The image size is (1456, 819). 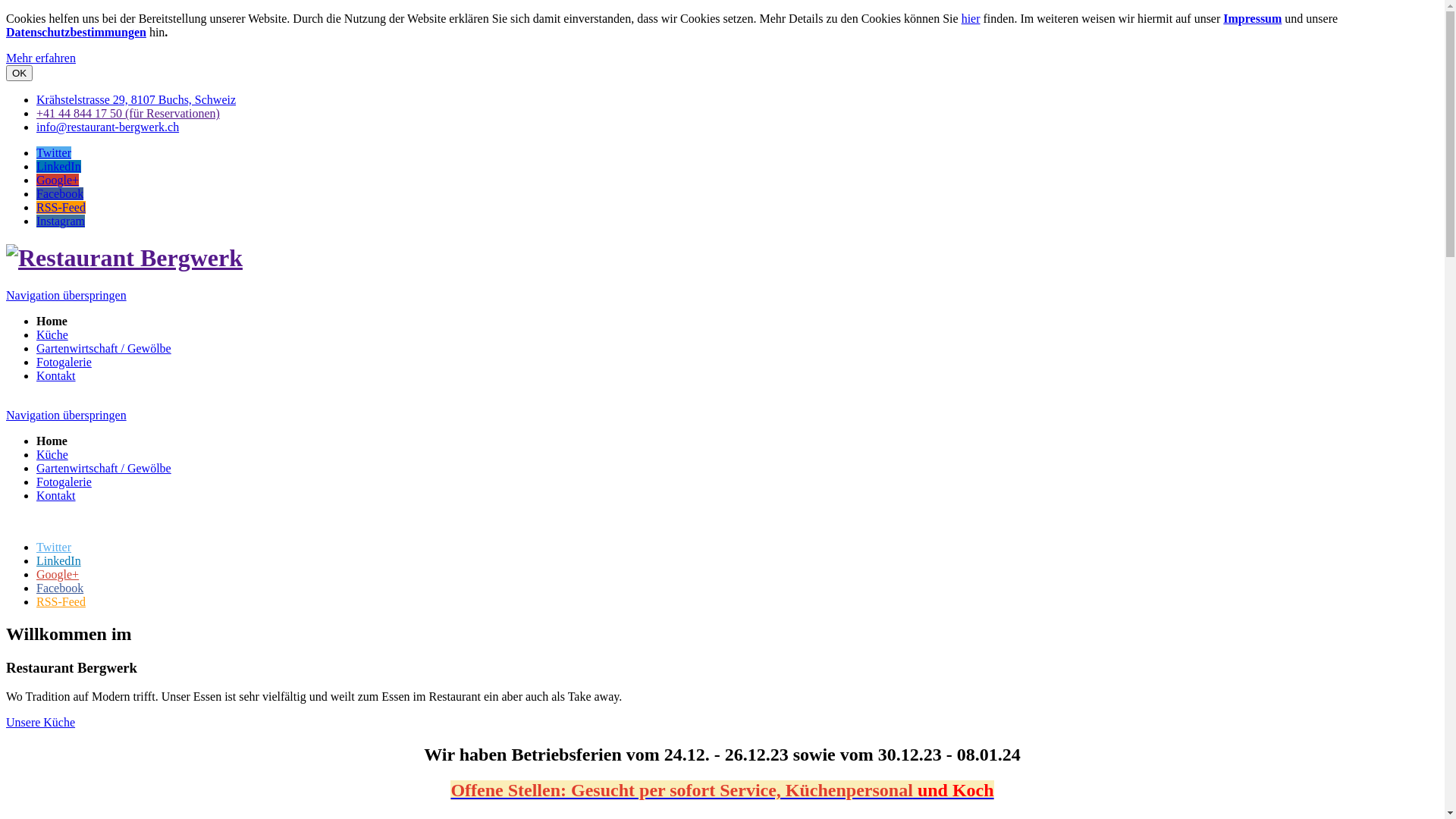 I want to click on 'Facebook', so click(x=59, y=193).